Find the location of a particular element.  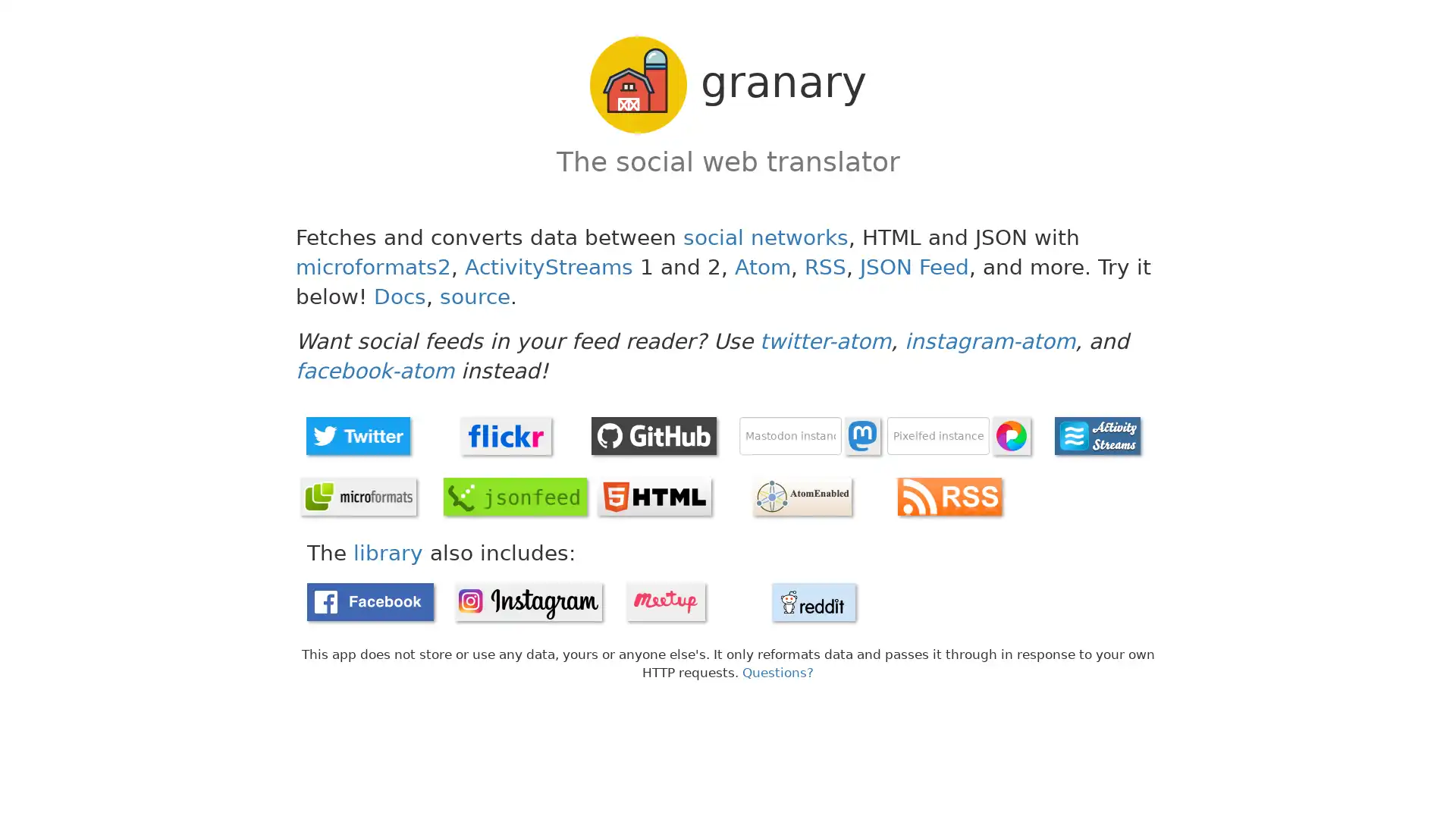

HTML is located at coordinates (654, 496).